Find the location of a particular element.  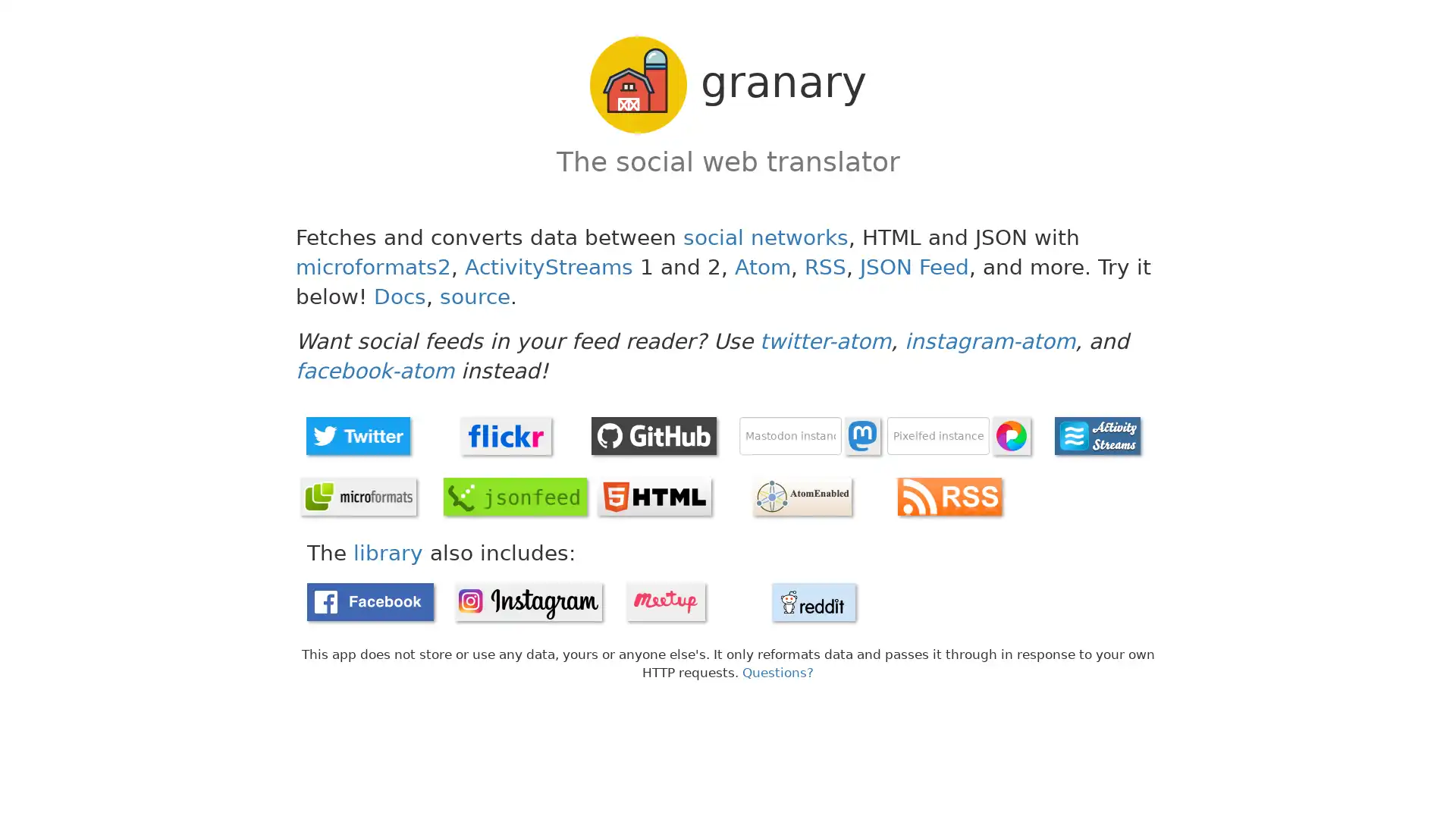

HTML is located at coordinates (654, 496).